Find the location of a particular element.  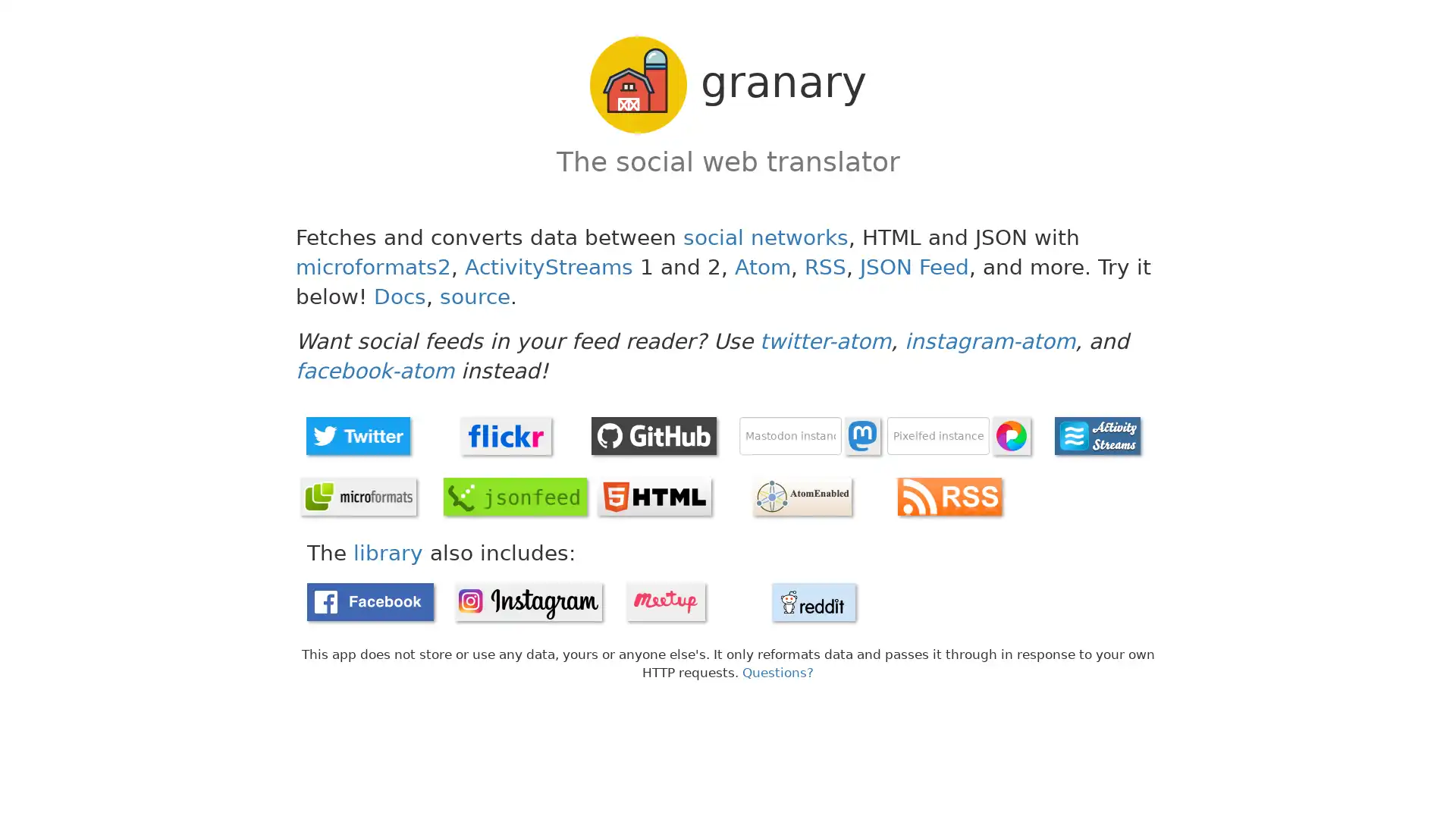

HTML is located at coordinates (654, 496).